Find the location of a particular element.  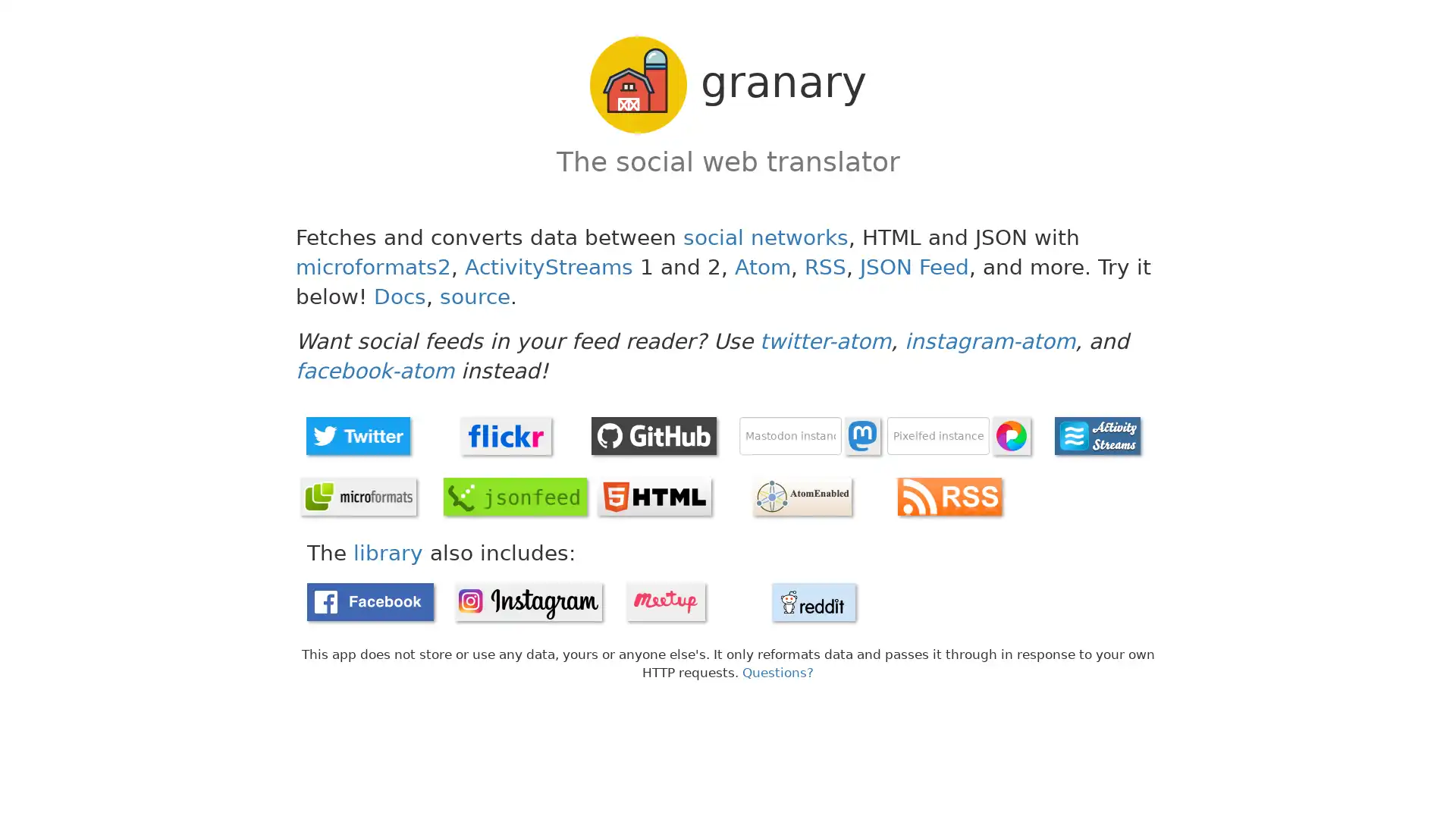

HTML is located at coordinates (654, 496).